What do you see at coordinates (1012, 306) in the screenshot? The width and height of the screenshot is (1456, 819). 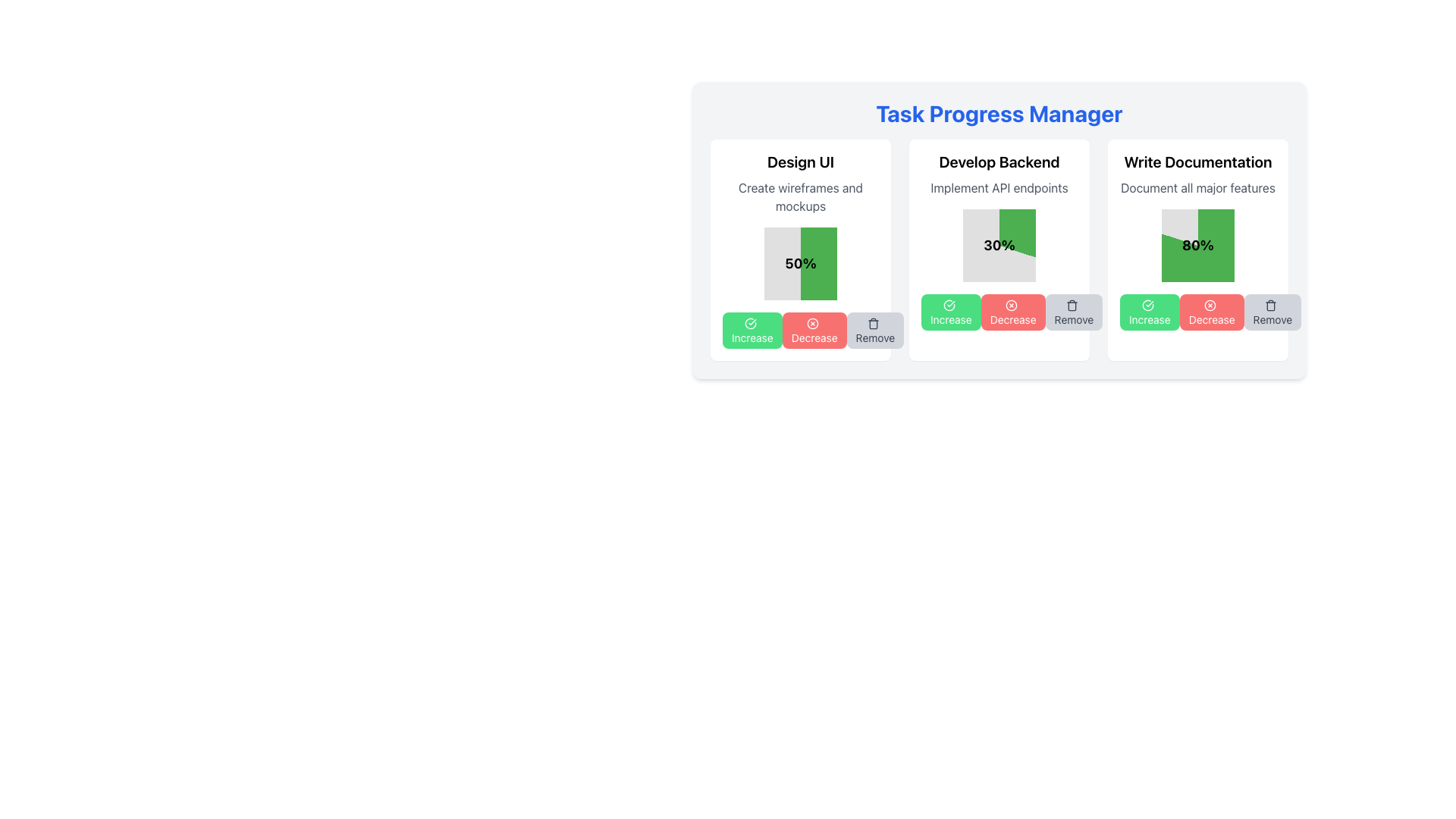 I see `the central circular part of the 'Decrease' button icon, which is represented by an 'X' symbol, located below the 'Develop Backend' progress section` at bounding box center [1012, 306].